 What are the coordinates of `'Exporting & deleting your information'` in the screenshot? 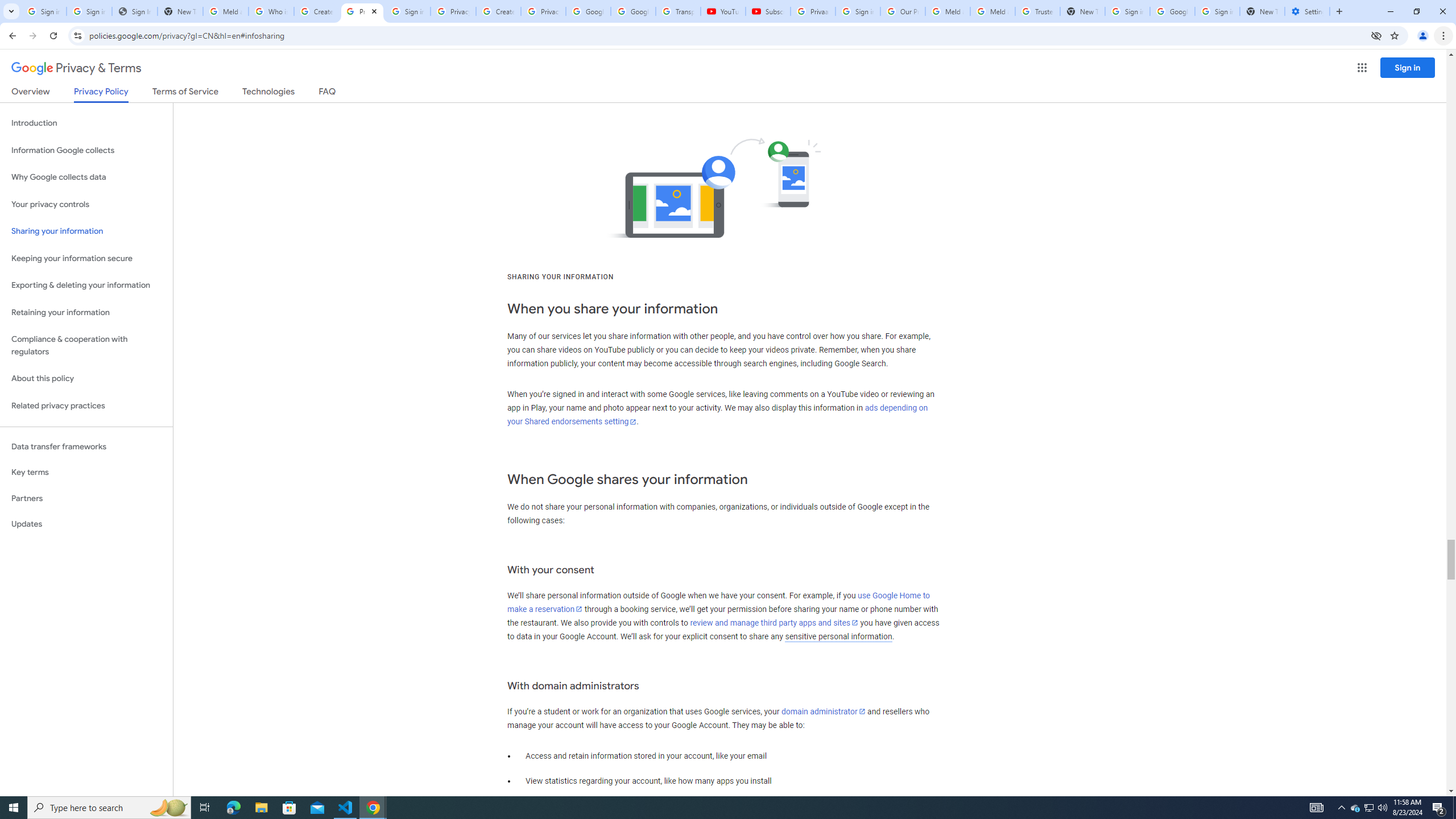 It's located at (86, 285).